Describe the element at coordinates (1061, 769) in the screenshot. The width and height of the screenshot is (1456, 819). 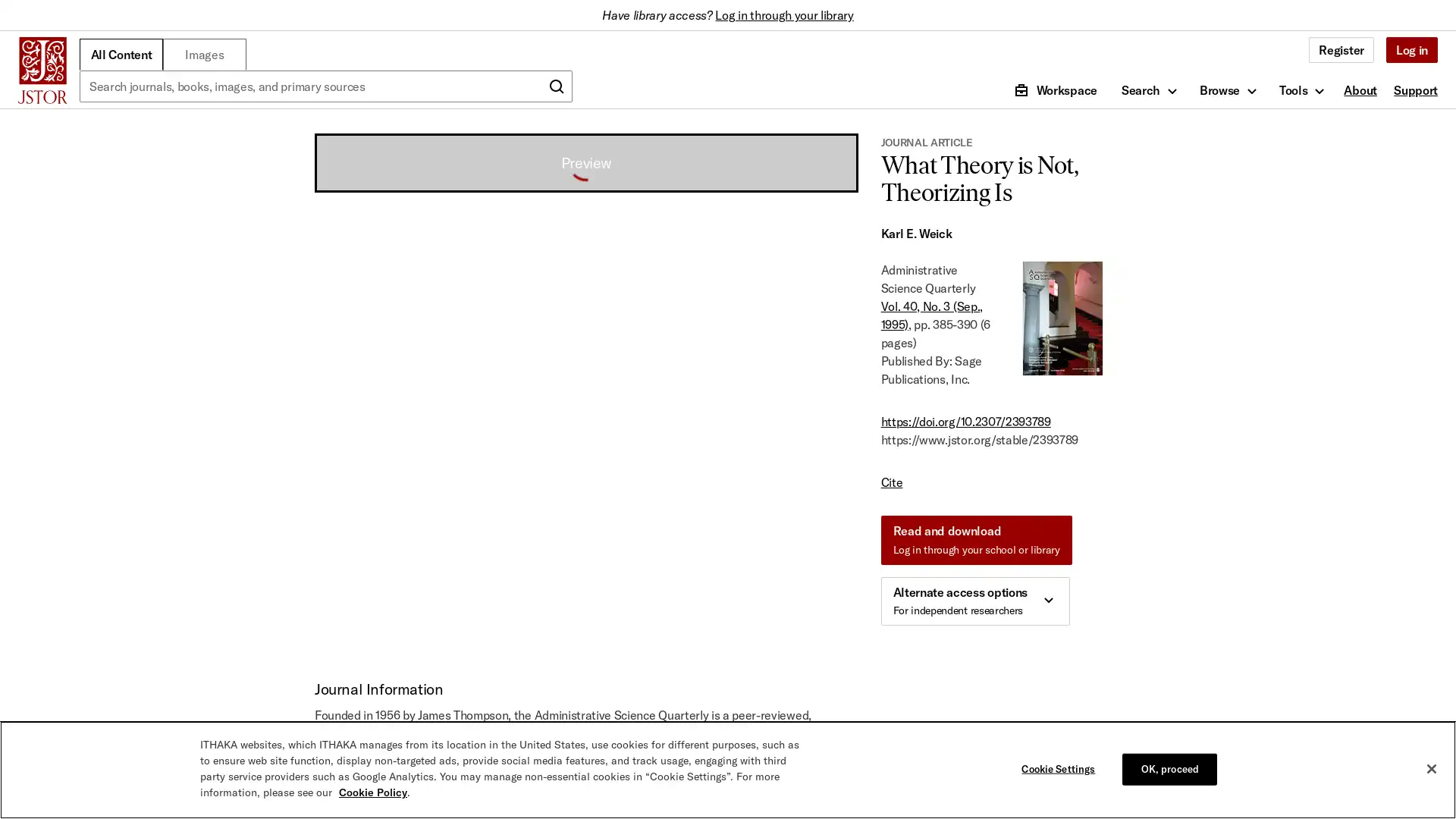
I see `Cookie Settings` at that location.